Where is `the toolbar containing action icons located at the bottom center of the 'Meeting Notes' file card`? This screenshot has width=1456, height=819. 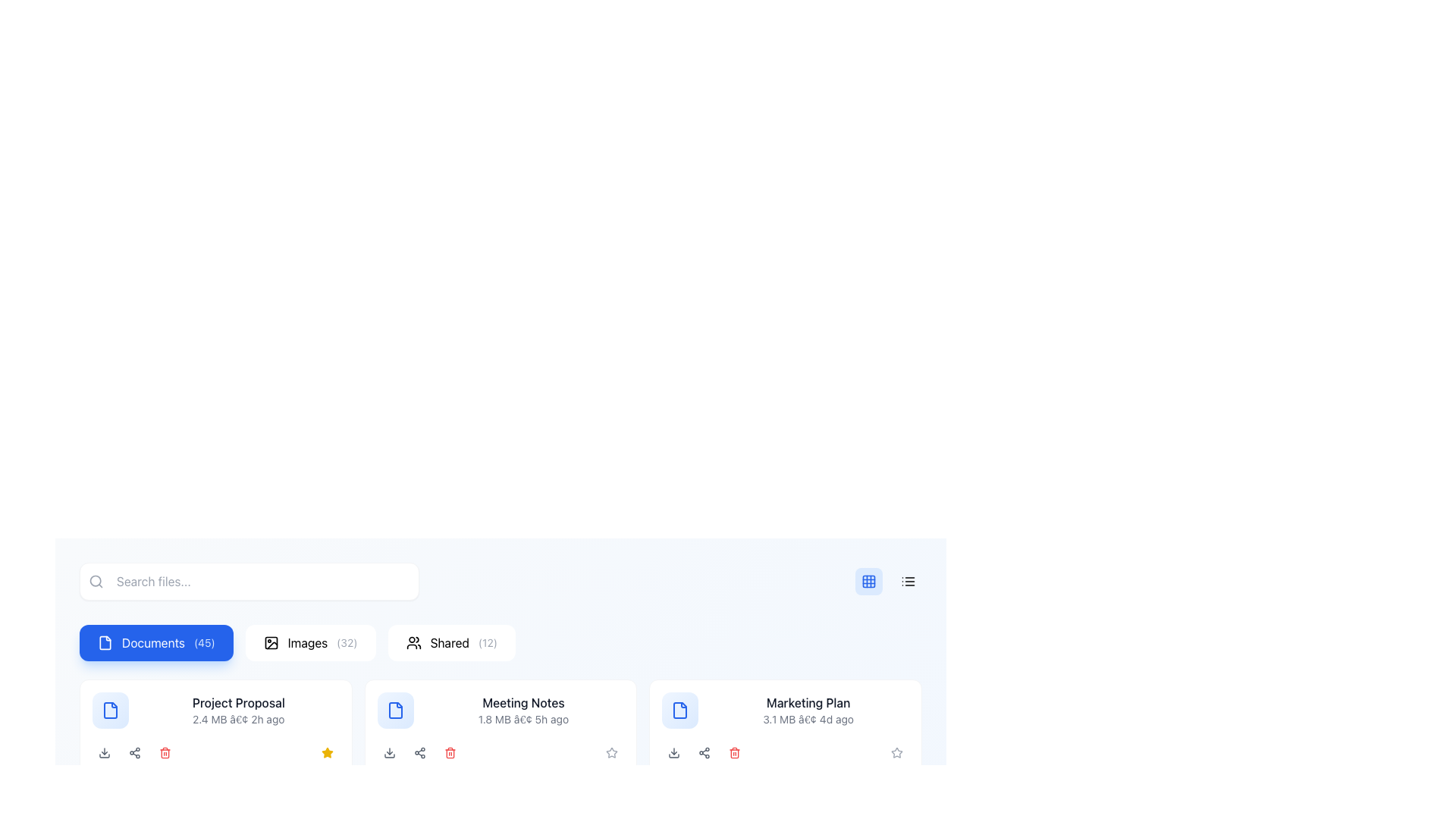
the toolbar containing action icons located at the bottom center of the 'Meeting Notes' file card is located at coordinates (500, 752).